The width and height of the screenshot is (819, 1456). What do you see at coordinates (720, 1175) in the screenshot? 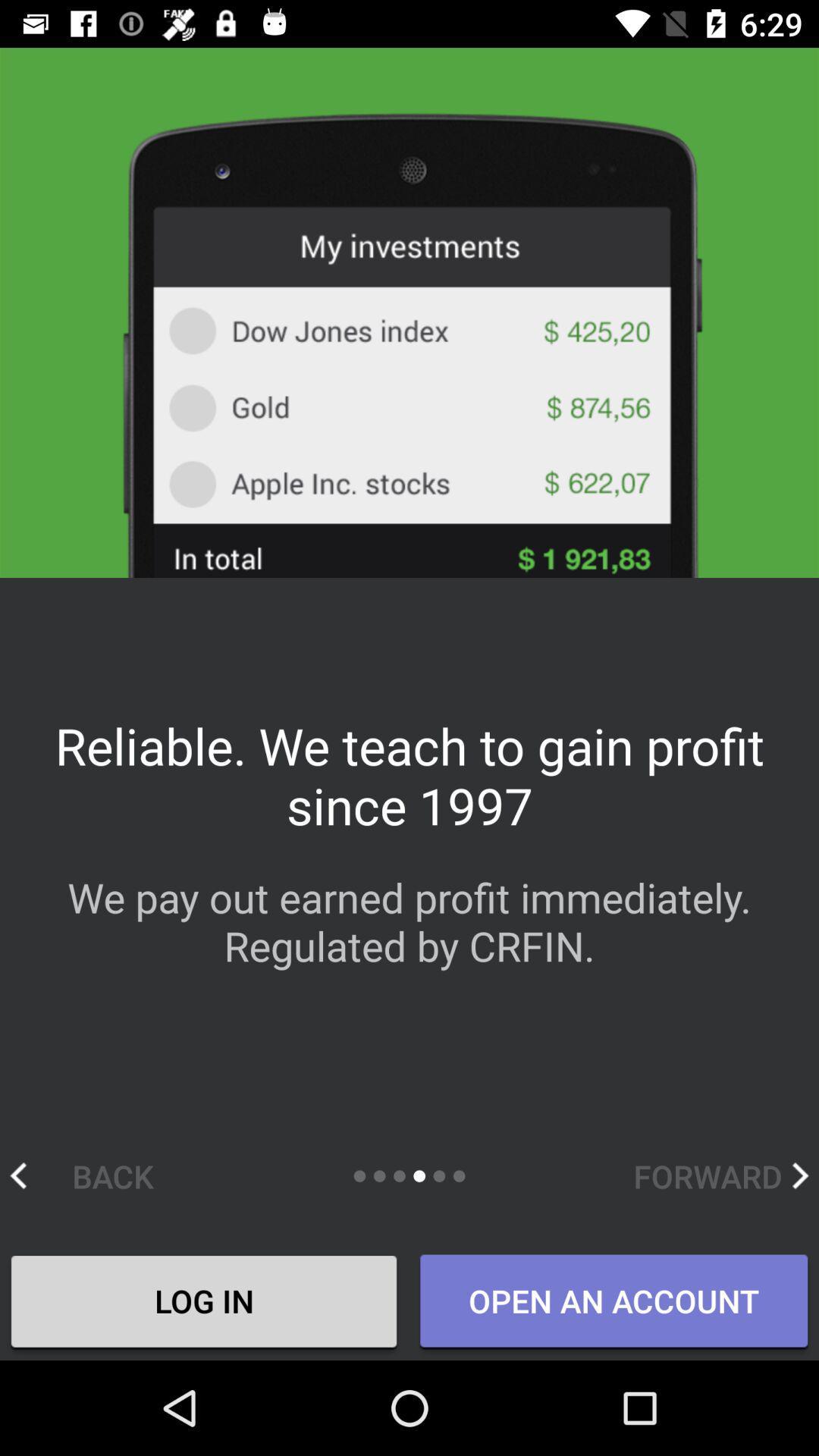
I see `the forward item` at bounding box center [720, 1175].